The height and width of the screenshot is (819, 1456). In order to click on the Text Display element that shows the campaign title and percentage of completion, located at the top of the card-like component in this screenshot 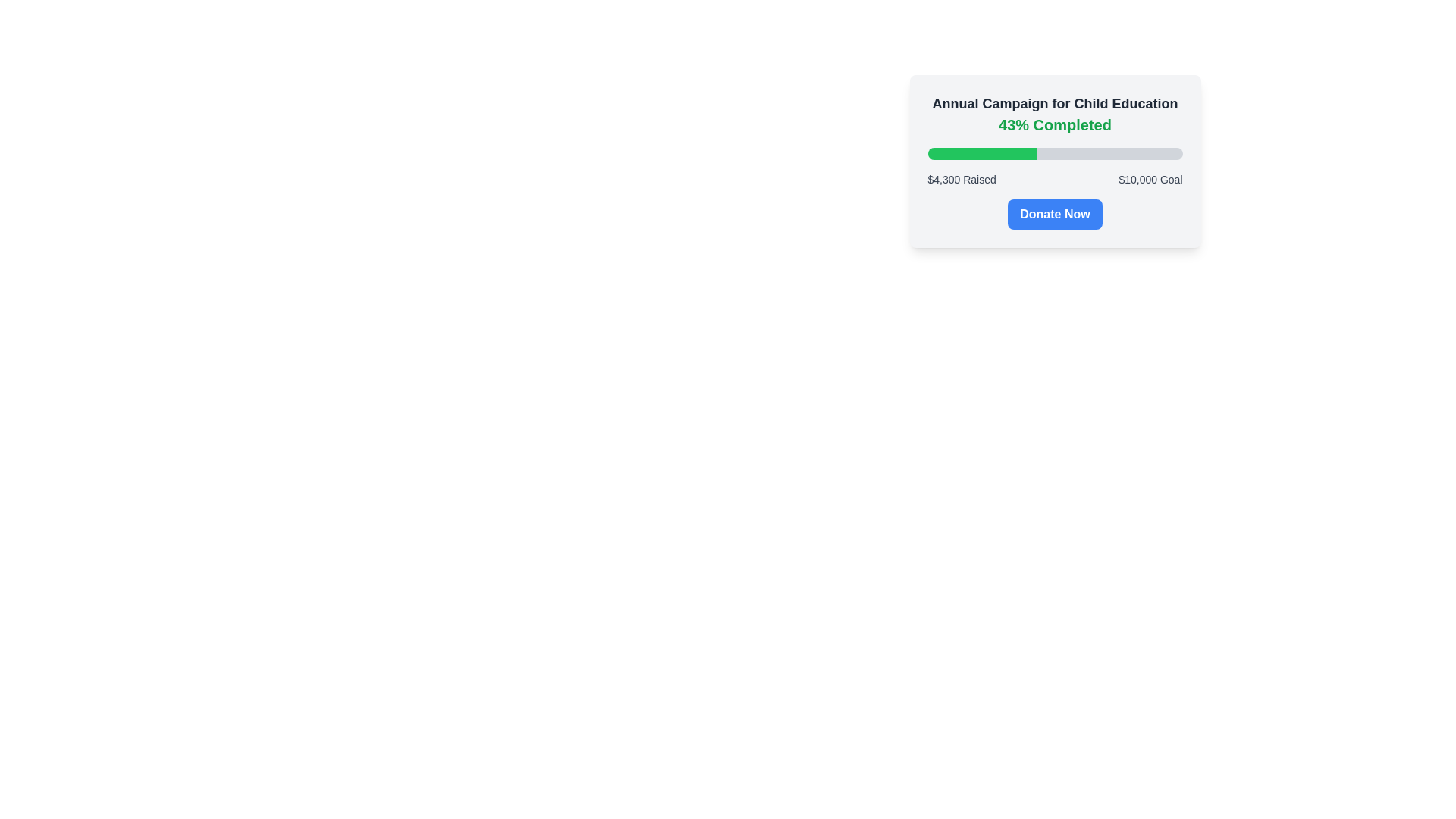, I will do `click(1054, 113)`.